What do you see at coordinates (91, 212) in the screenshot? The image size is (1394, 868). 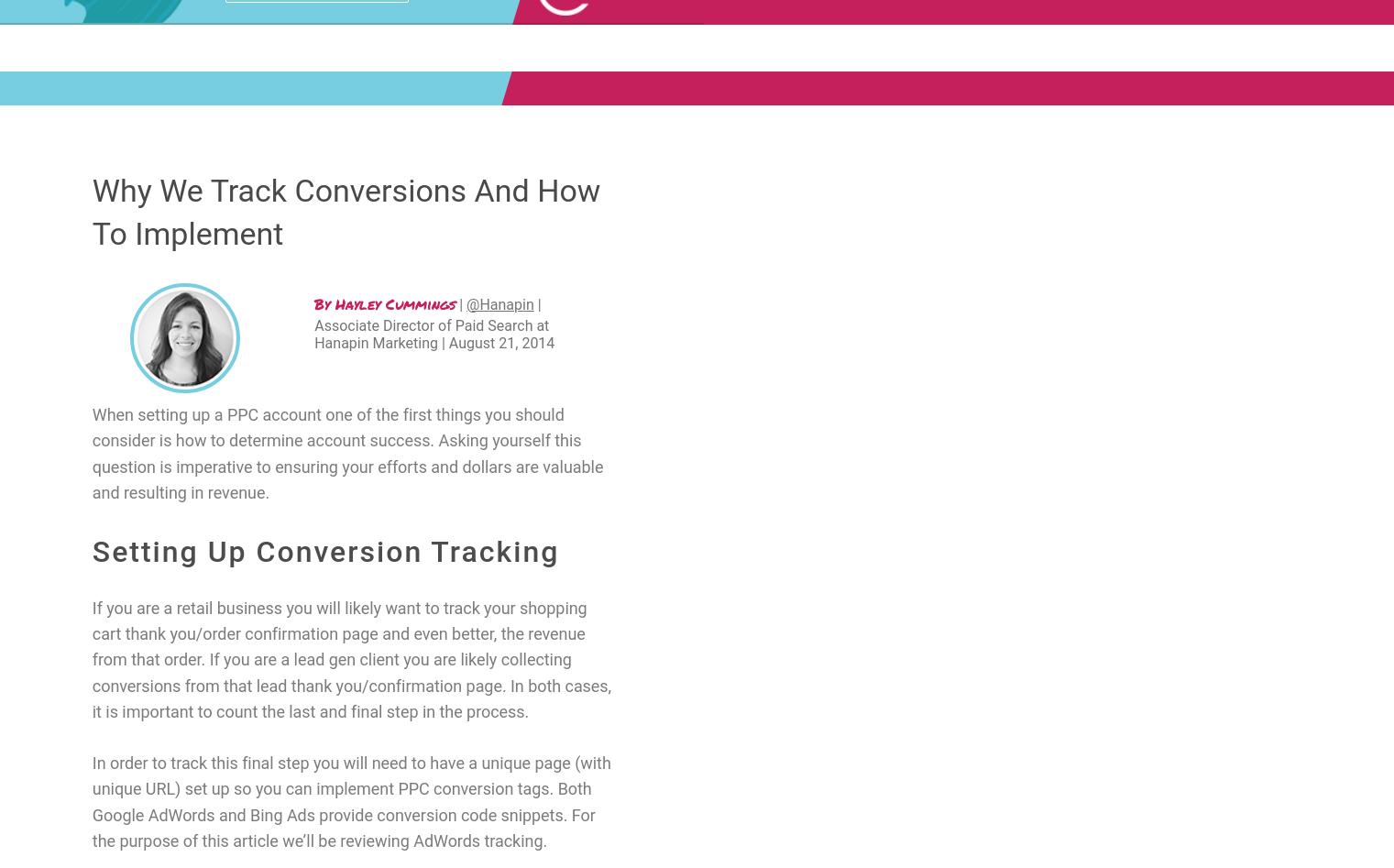 I see `'Why We Track Conversions And How To Implement'` at bounding box center [91, 212].